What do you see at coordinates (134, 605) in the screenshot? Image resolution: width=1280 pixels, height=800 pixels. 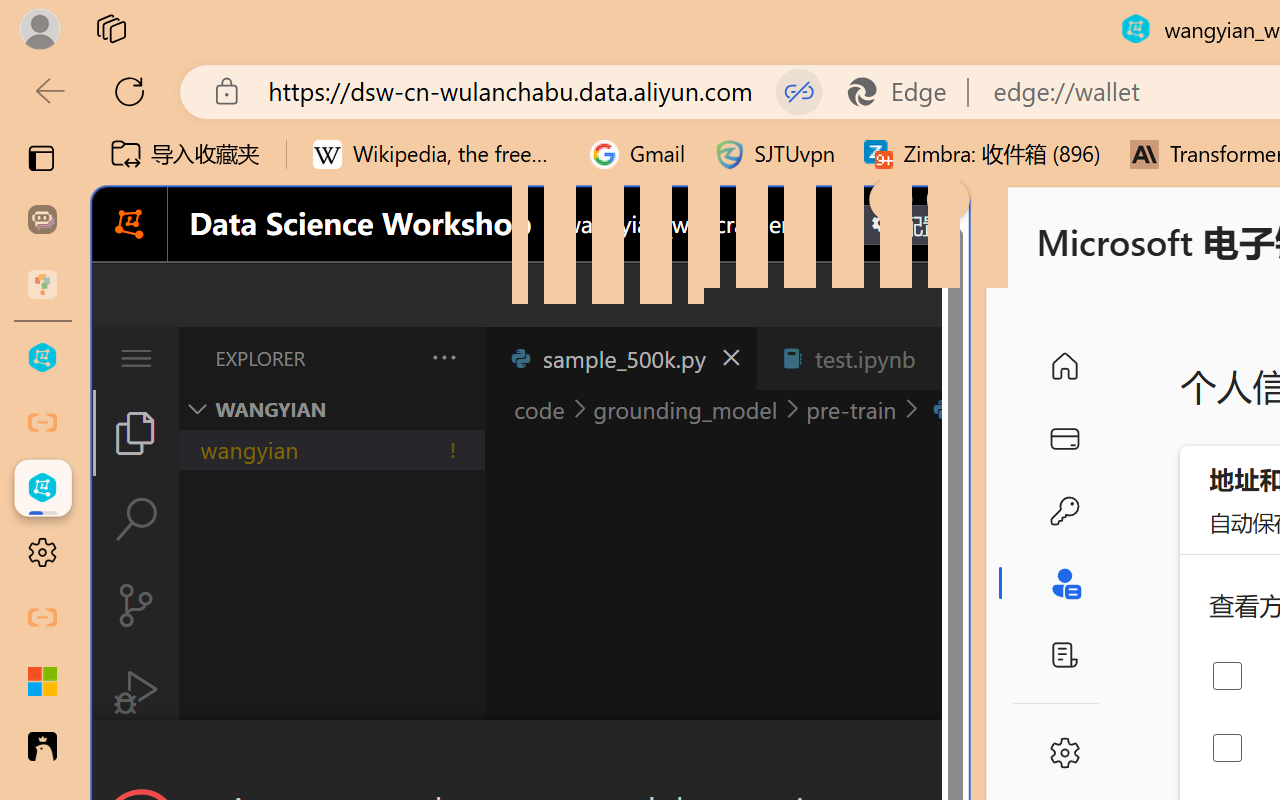 I see `'Source Control (Ctrl+Shift+G)'` at bounding box center [134, 605].